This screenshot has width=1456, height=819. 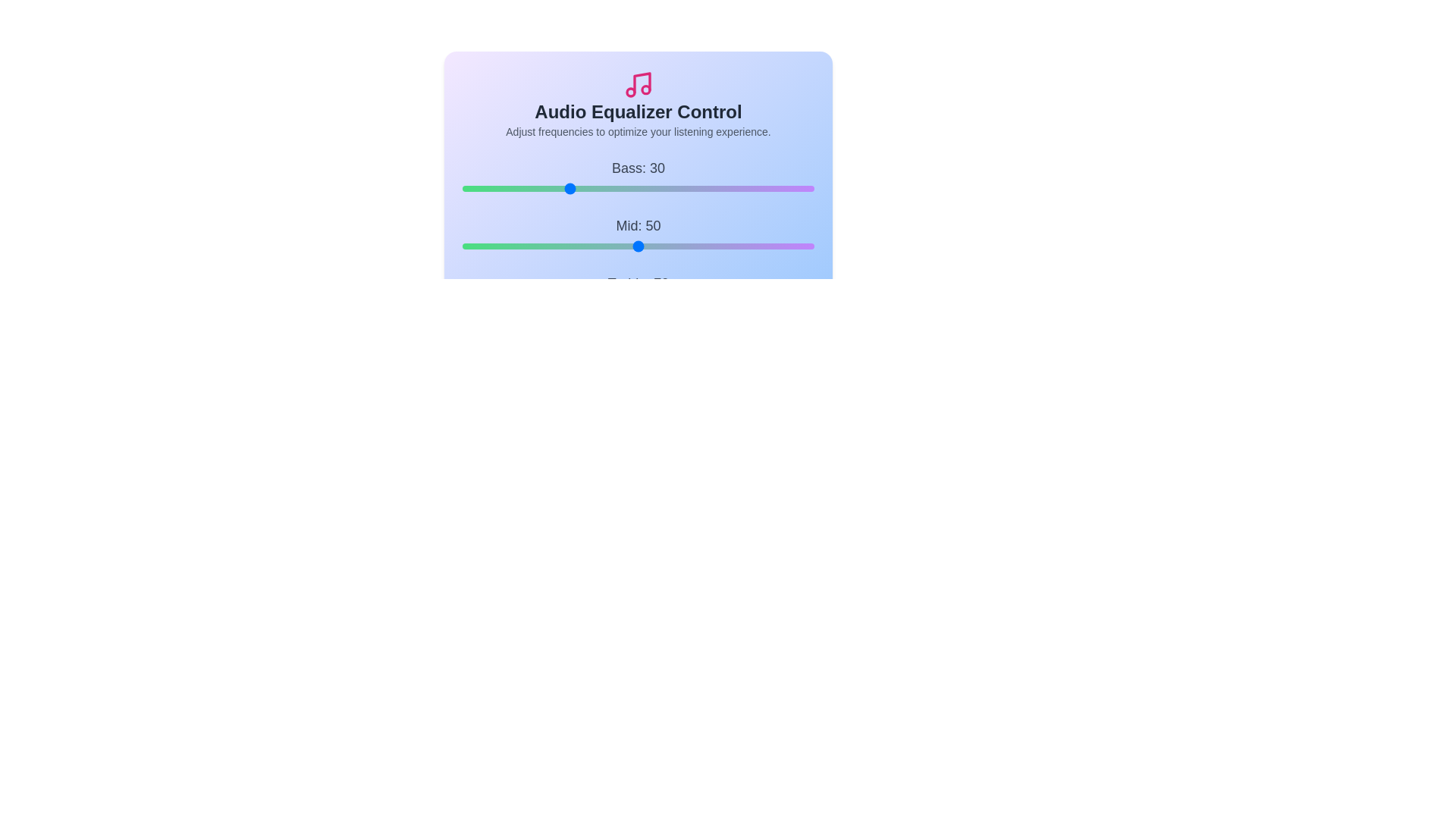 I want to click on the Bass slider to set the bass level to 83, so click(x=755, y=188).